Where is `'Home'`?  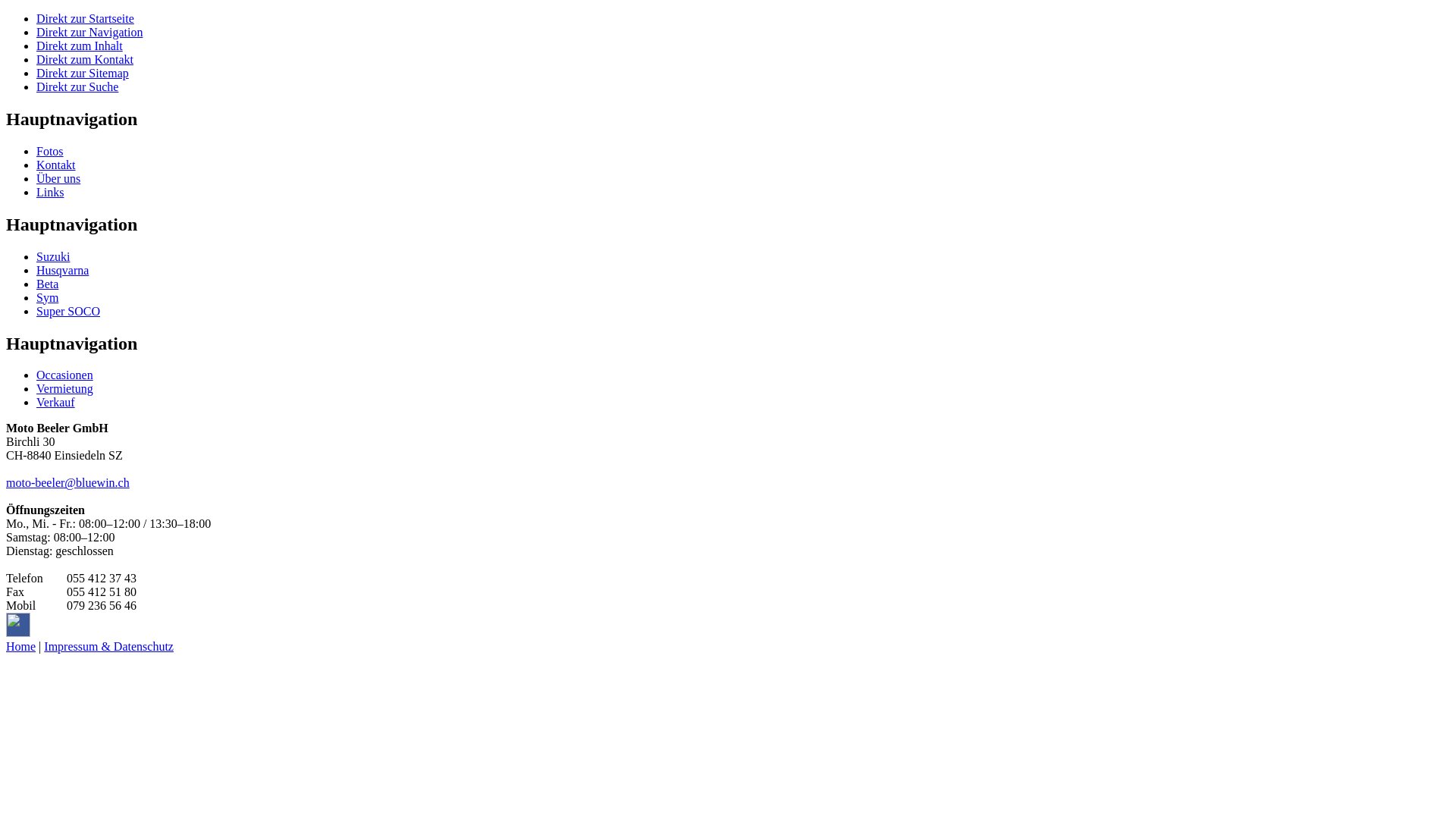
'Home' is located at coordinates (20, 646).